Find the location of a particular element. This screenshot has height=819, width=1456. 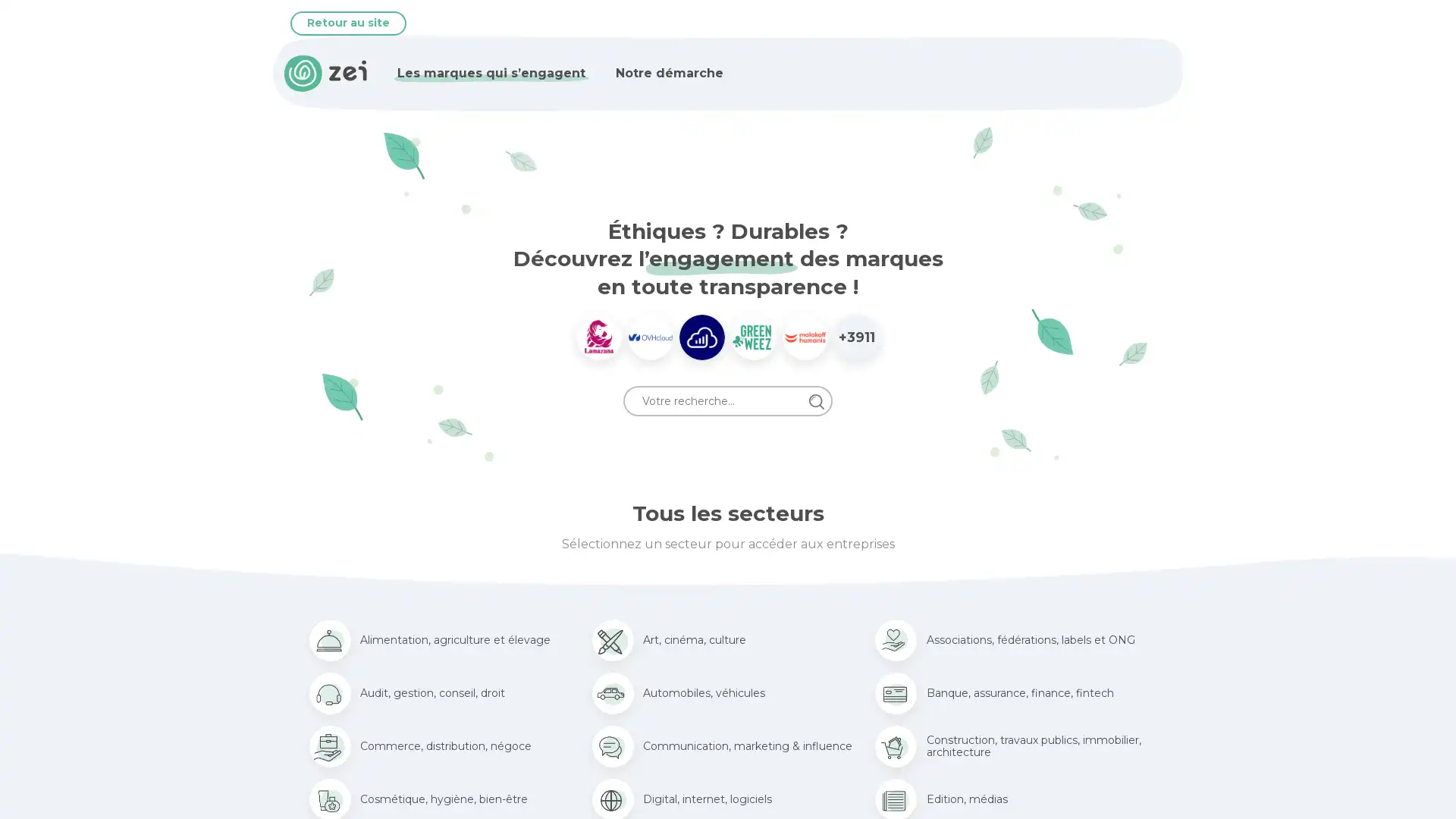

Rechercher sur Zei is located at coordinates (814, 400).